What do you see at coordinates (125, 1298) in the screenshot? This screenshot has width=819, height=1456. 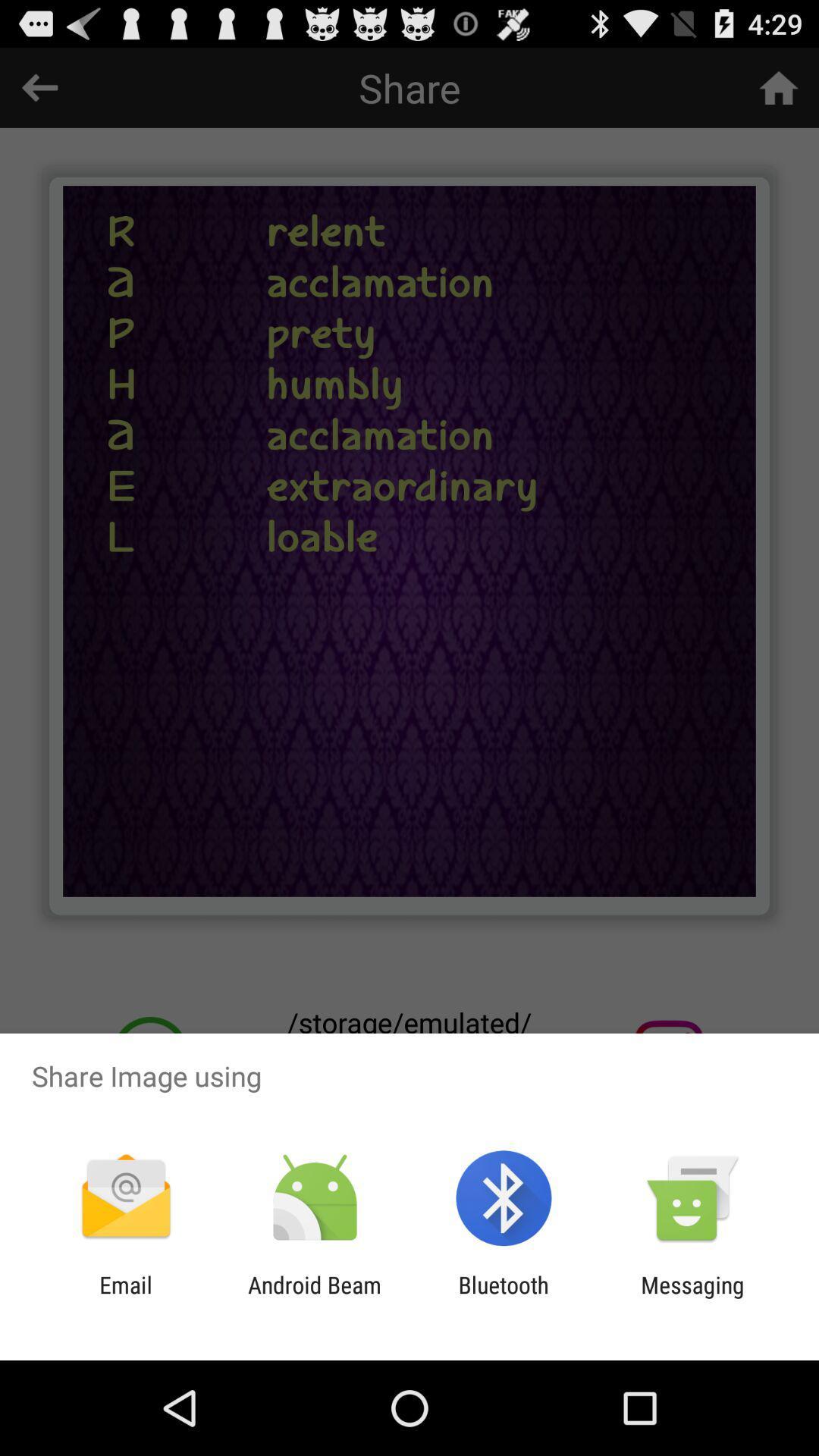 I see `the email app` at bounding box center [125, 1298].